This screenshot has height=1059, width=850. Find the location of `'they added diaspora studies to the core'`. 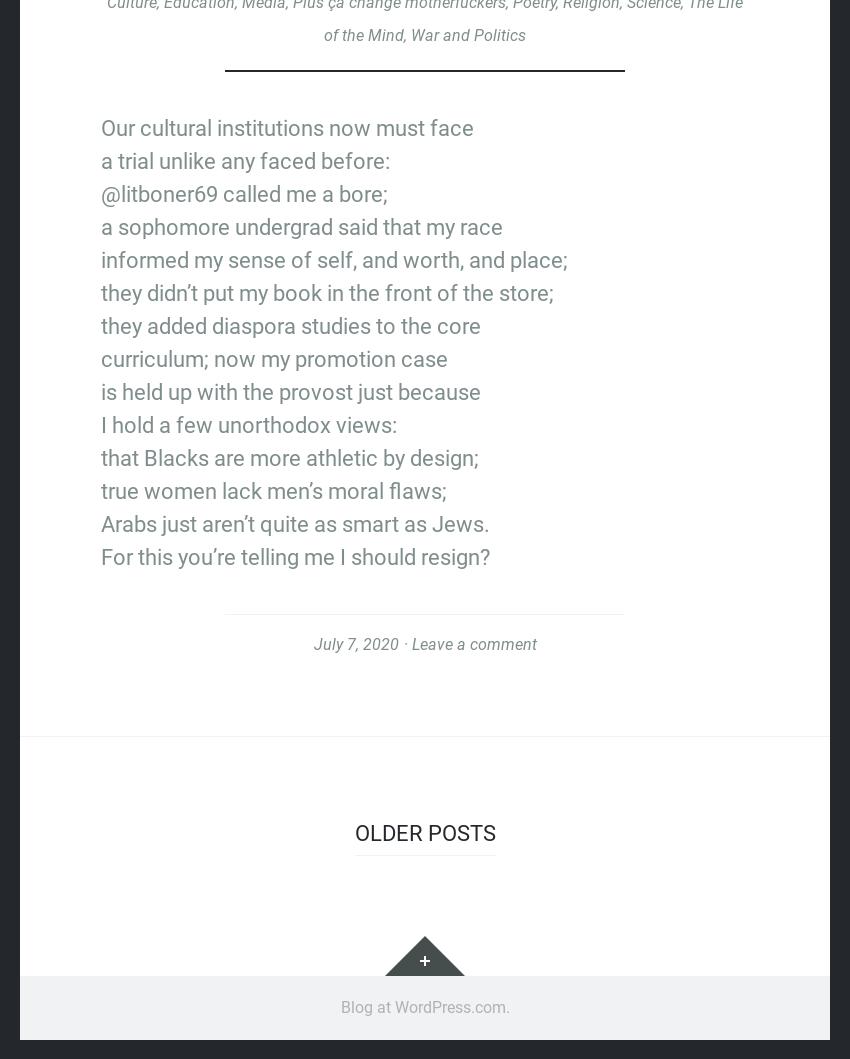

'they added diaspora studies to the core' is located at coordinates (290, 324).